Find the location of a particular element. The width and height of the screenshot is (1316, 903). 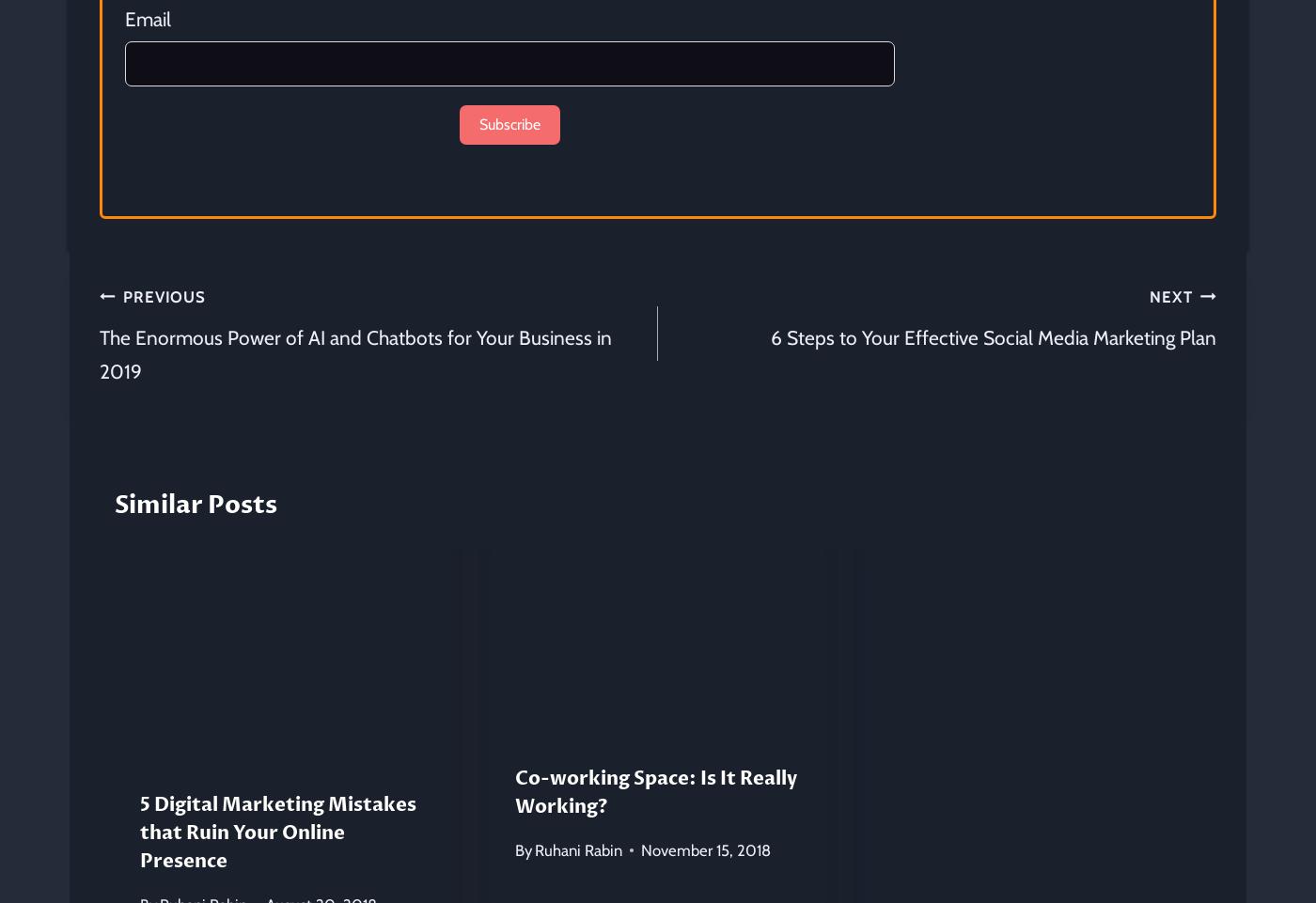

'Ruhani Rabin' is located at coordinates (578, 849).